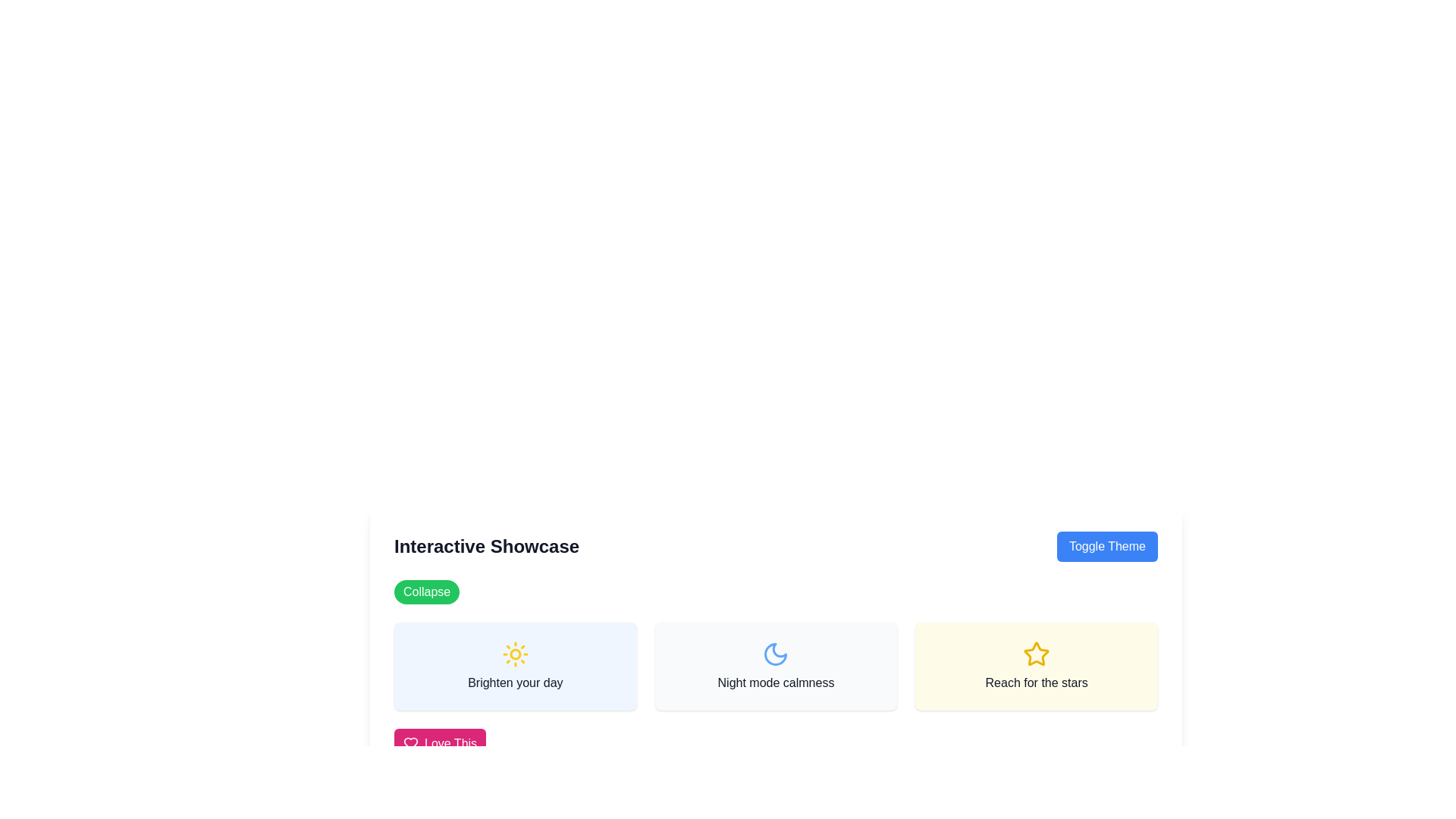 The width and height of the screenshot is (1456, 819). What do you see at coordinates (515, 654) in the screenshot?
I see `the SVG Circle that represents the central component of the sun icon in the first interactive card labeled 'Brighten your day'` at bounding box center [515, 654].